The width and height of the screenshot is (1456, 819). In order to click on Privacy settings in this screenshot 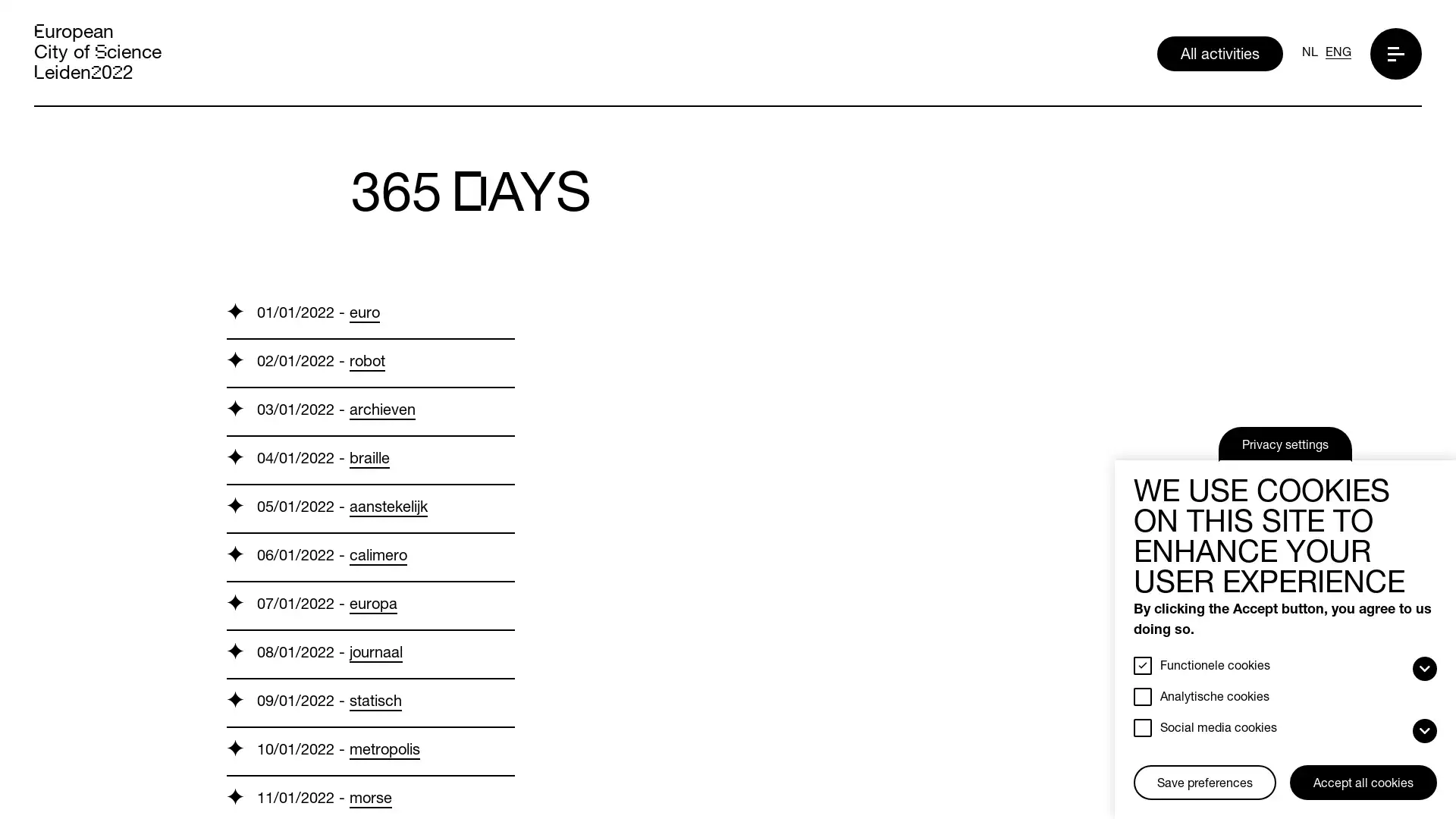, I will do `click(1284, 444)`.